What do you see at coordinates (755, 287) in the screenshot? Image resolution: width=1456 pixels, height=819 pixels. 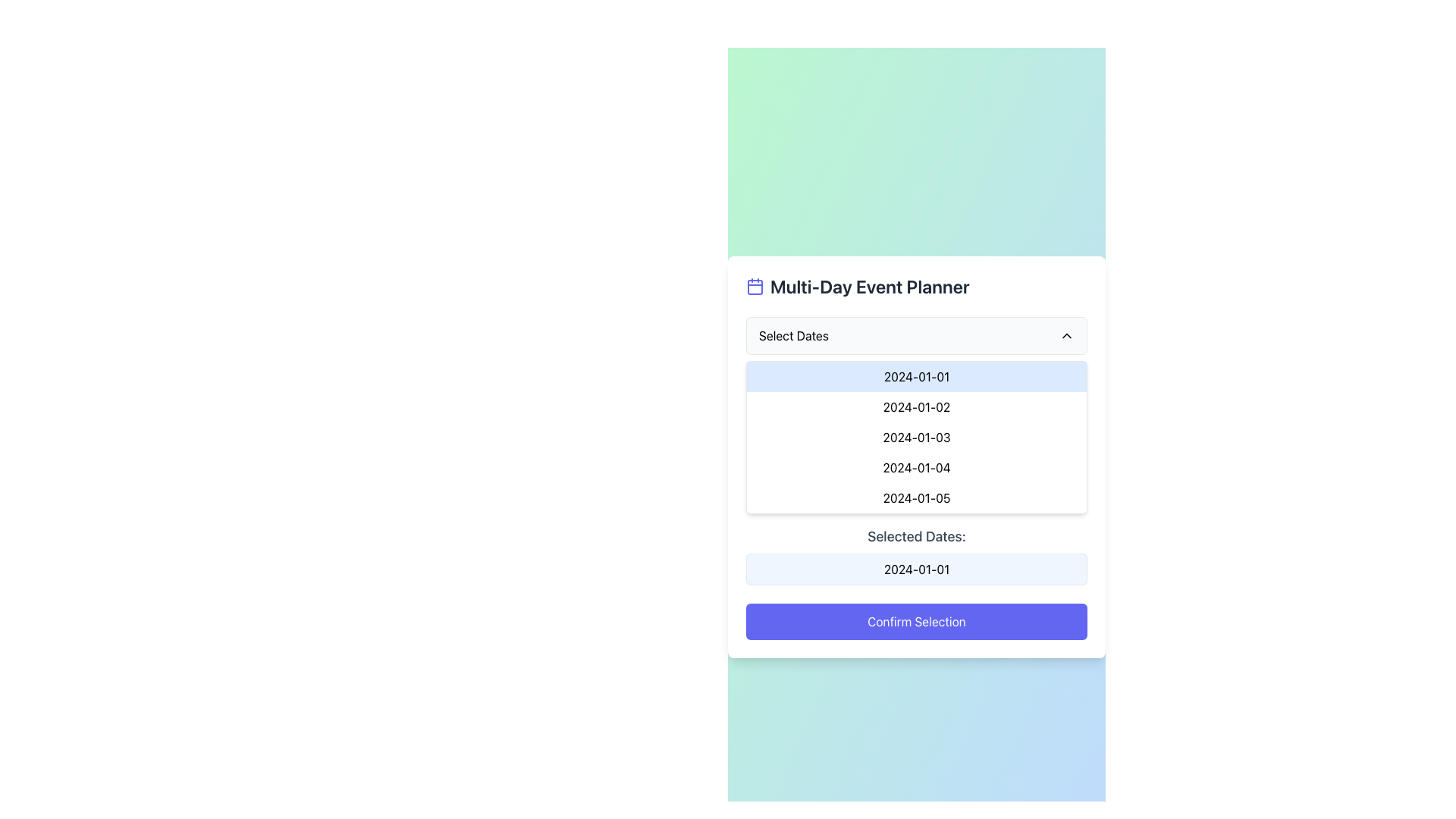 I see `the decorative icon located at the start of the 'Multi-Day Event Planner' title bar, which signifies a relationship to calendar or scheduling functionalities` at bounding box center [755, 287].